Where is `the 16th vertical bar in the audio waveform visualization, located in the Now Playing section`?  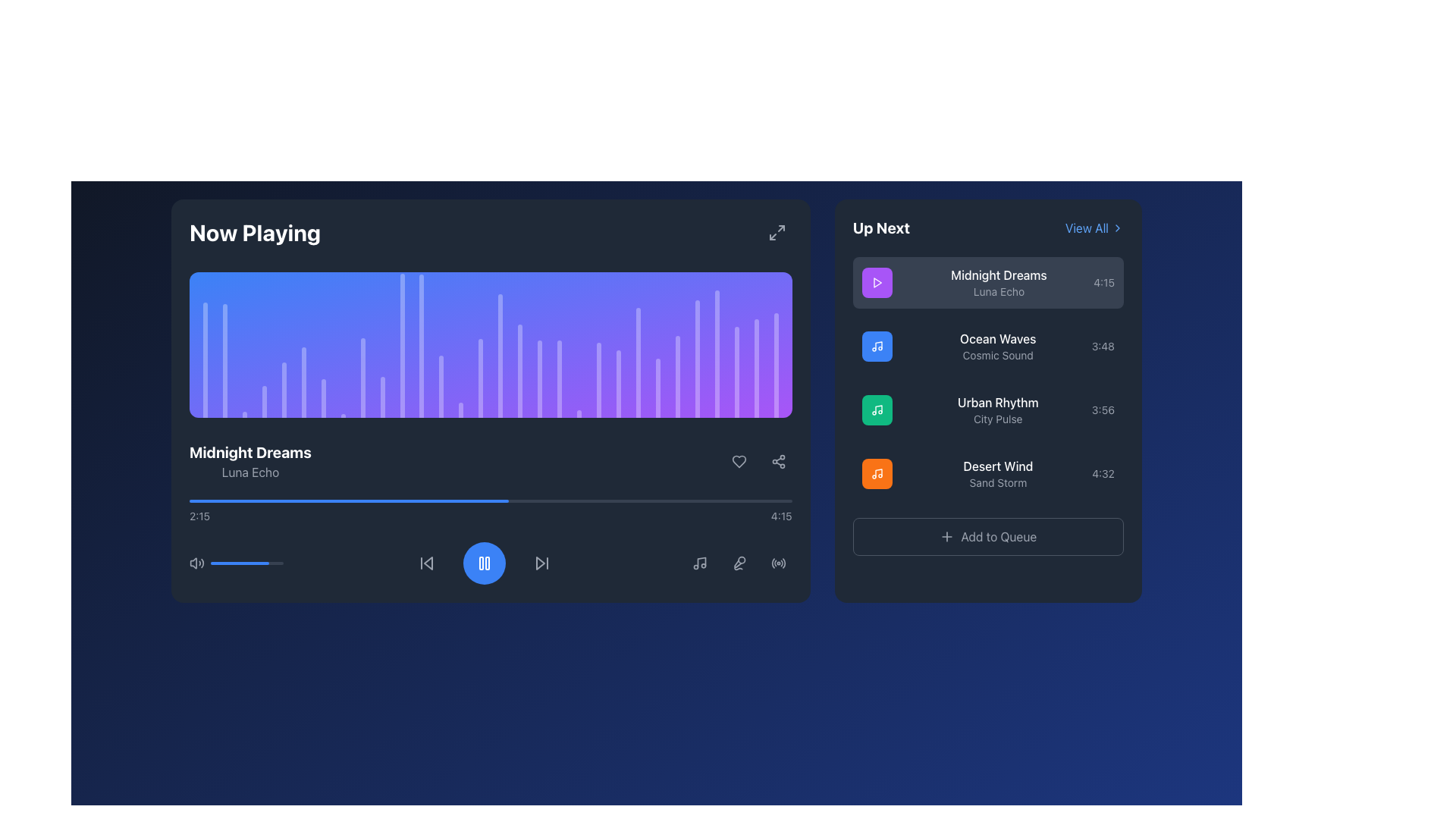 the 16th vertical bar in the audio waveform visualization, located in the Now Playing section is located at coordinates (500, 356).